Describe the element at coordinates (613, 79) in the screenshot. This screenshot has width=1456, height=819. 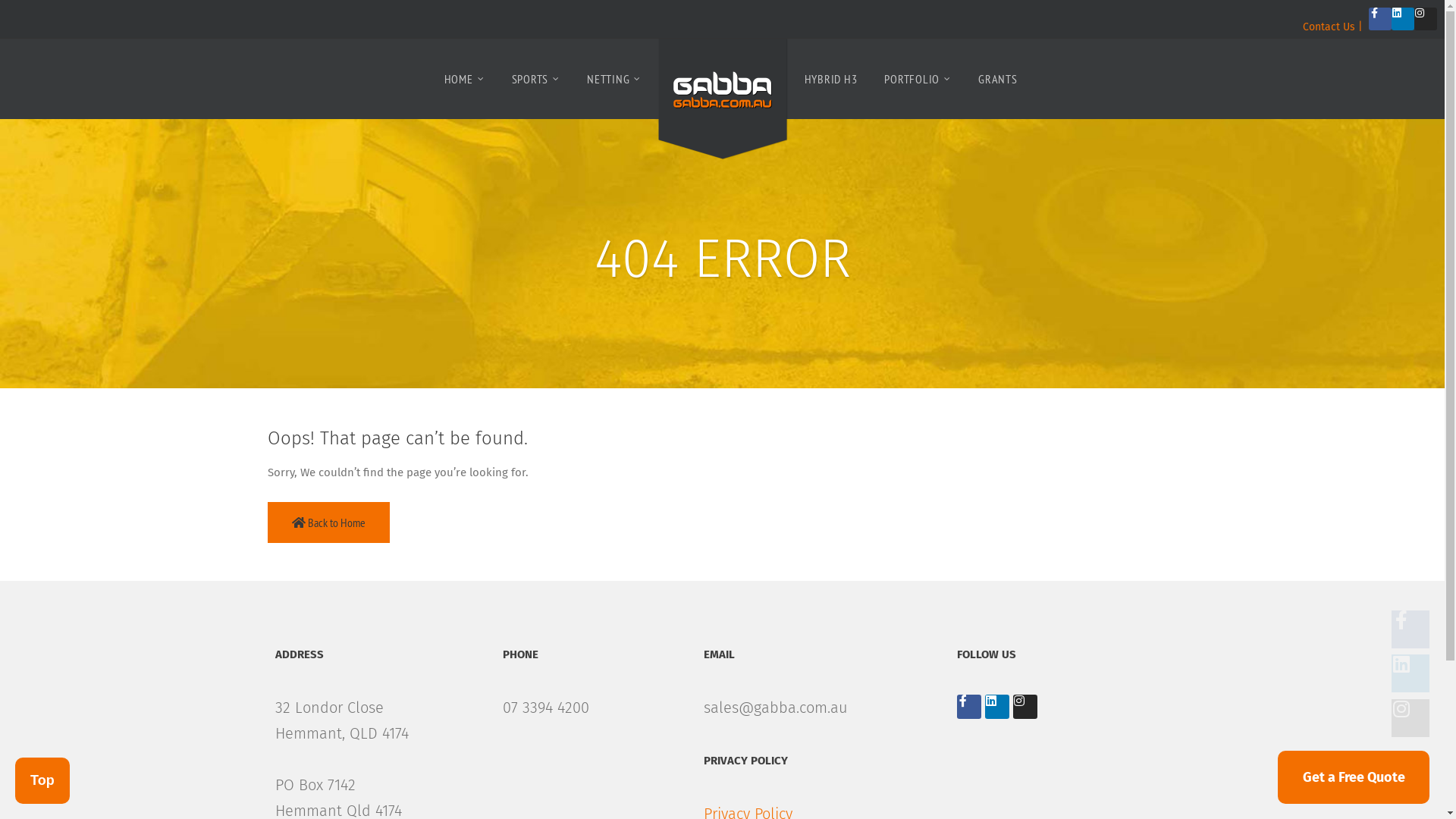
I see `'NETTING'` at that location.